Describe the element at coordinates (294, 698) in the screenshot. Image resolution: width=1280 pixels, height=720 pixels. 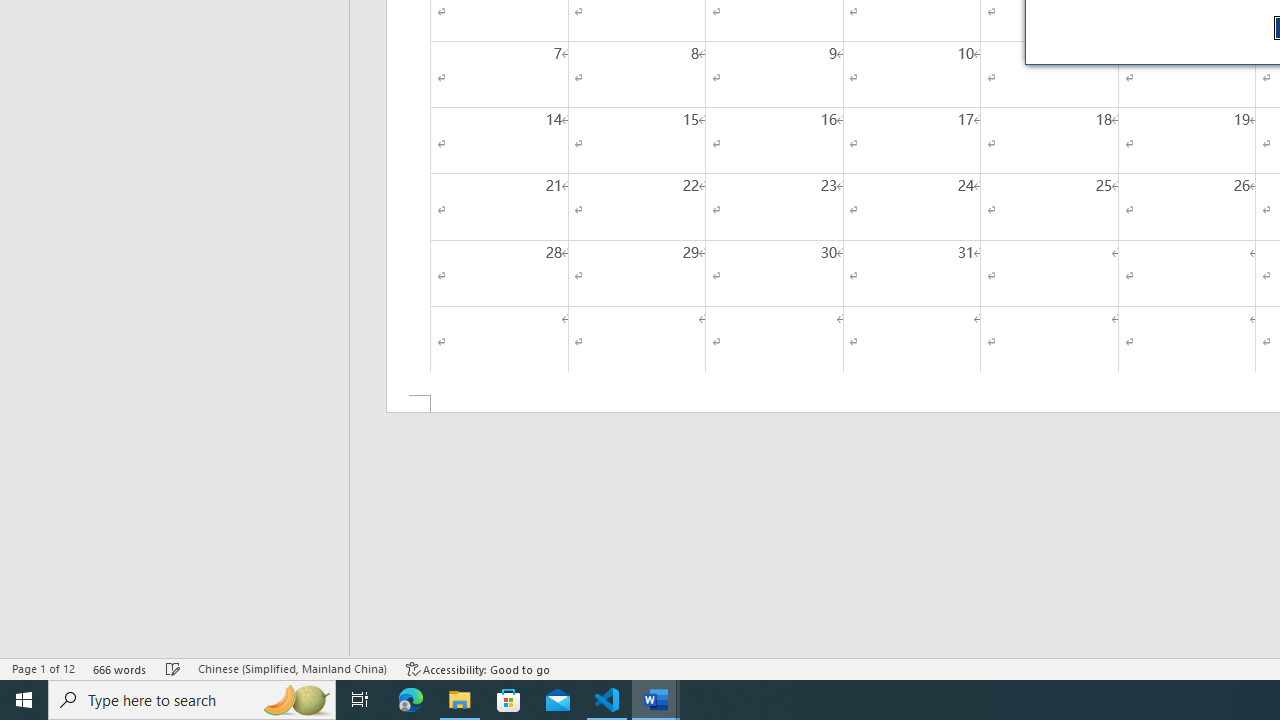
I see `'Search highlights icon opens search home window'` at that location.